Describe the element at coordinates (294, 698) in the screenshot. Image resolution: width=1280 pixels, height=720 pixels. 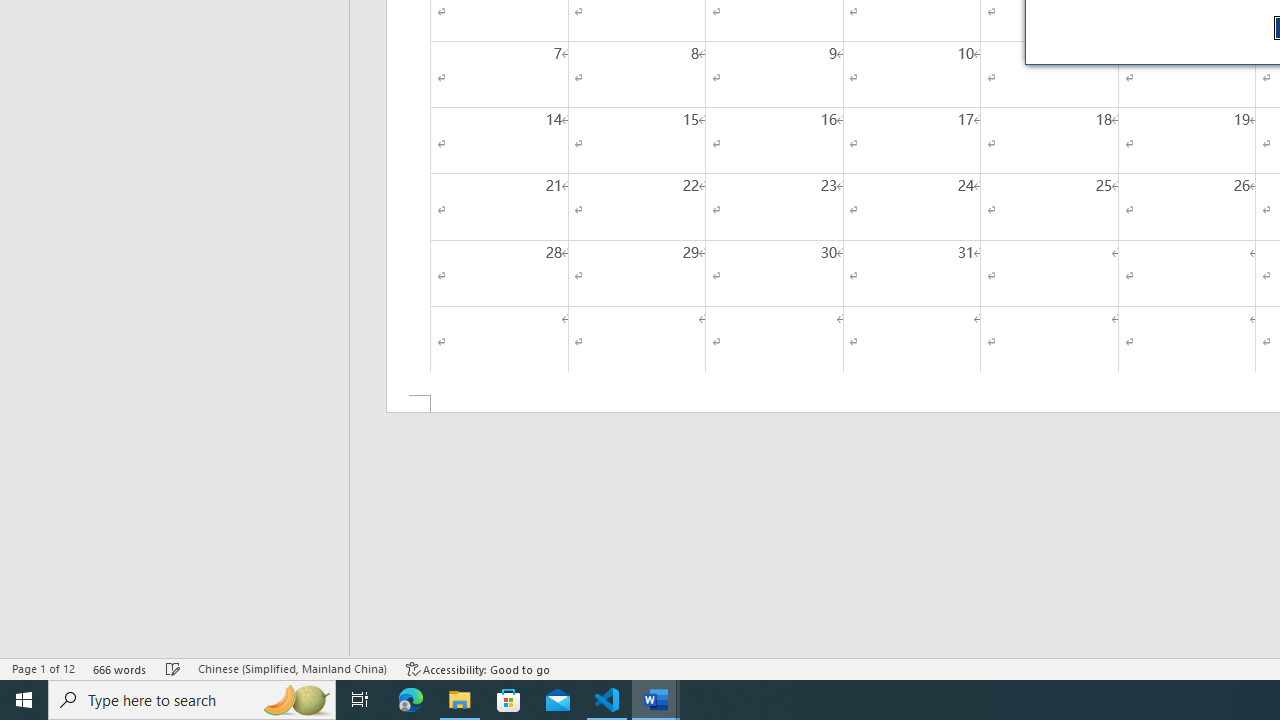
I see `'Search highlights icon opens search home window'` at that location.